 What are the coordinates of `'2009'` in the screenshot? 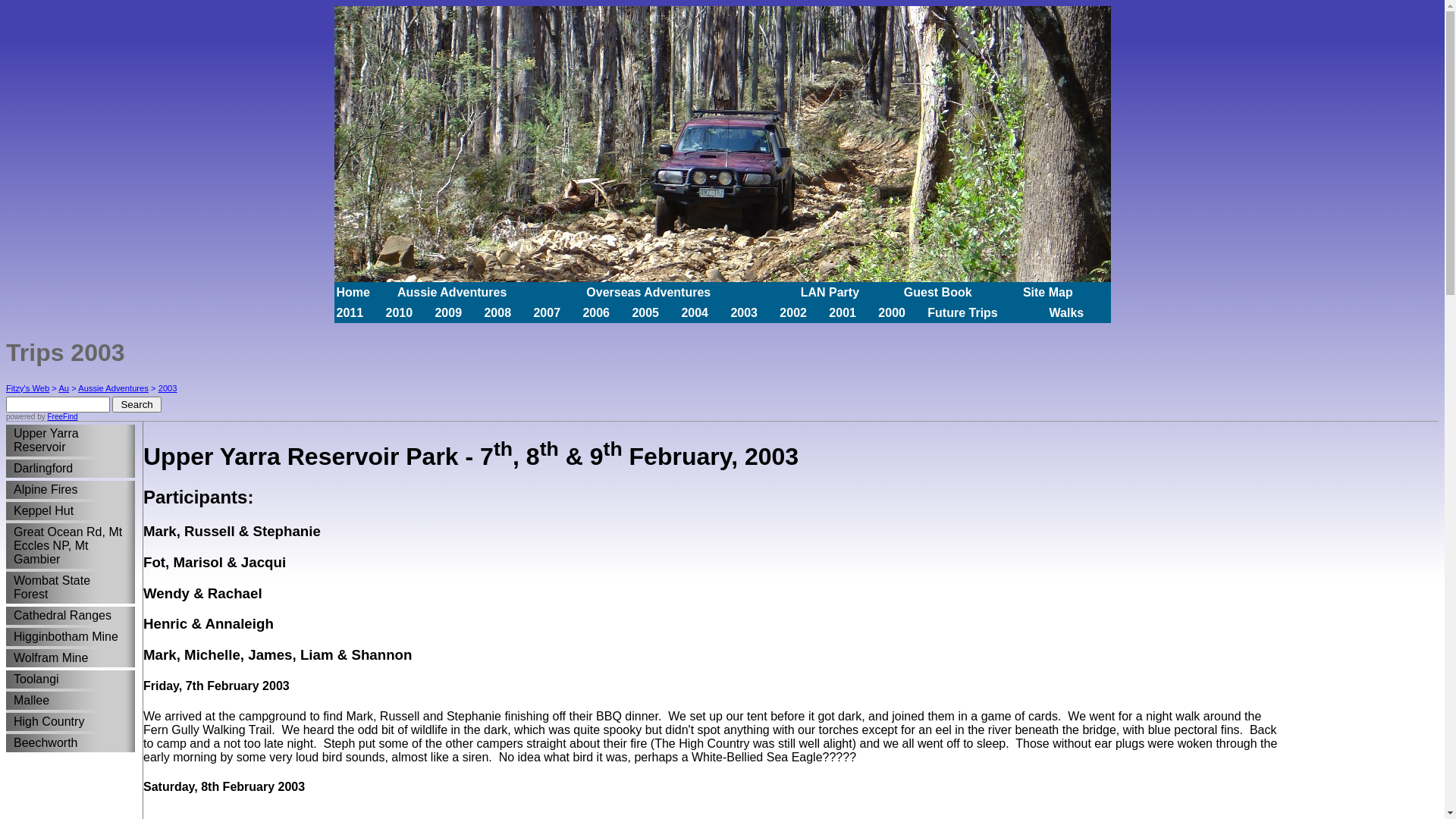 It's located at (447, 312).